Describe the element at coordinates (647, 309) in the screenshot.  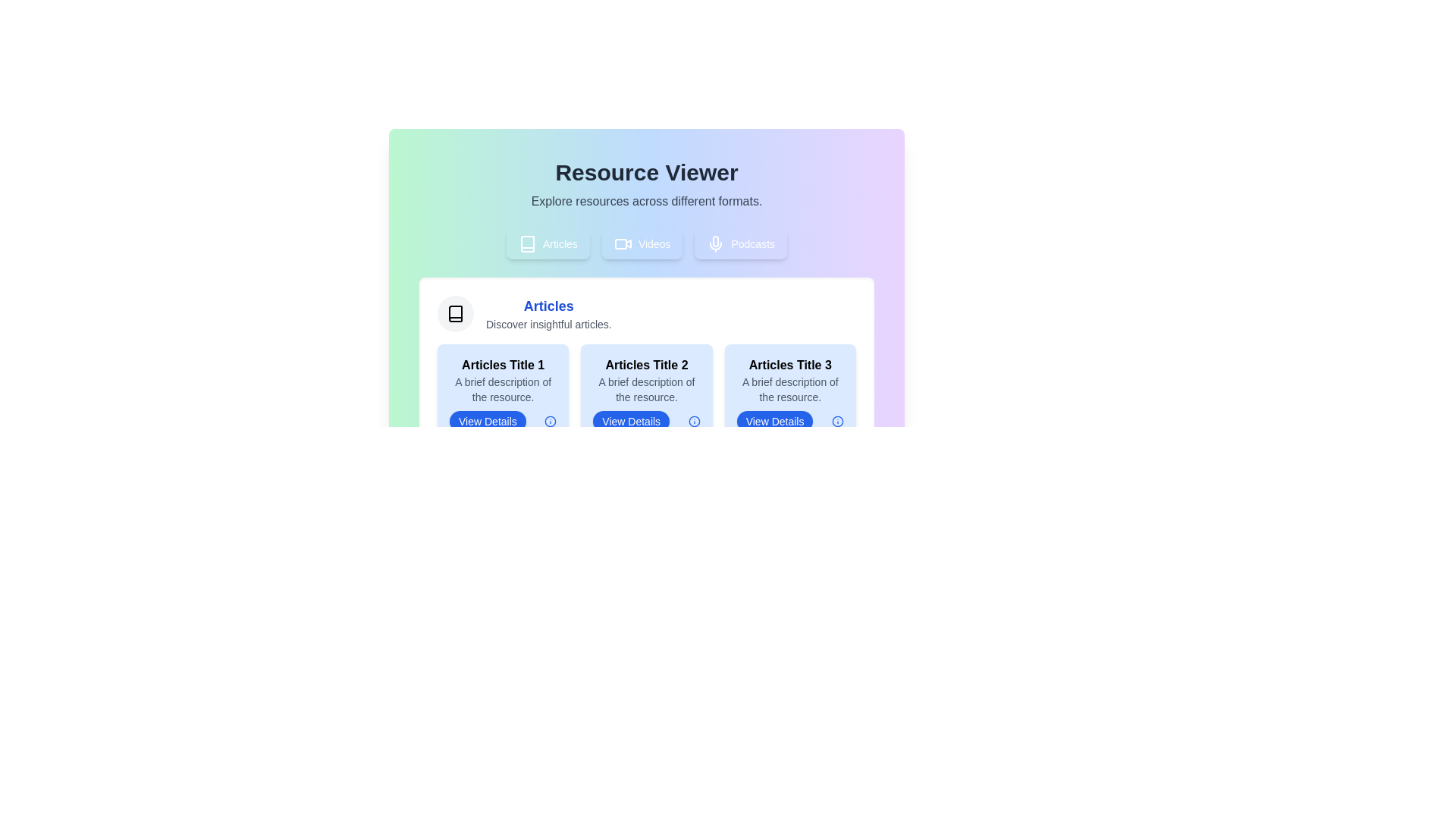
I see `the 'Articles' tab in the 'Resource Viewer' card to switch categories` at that location.